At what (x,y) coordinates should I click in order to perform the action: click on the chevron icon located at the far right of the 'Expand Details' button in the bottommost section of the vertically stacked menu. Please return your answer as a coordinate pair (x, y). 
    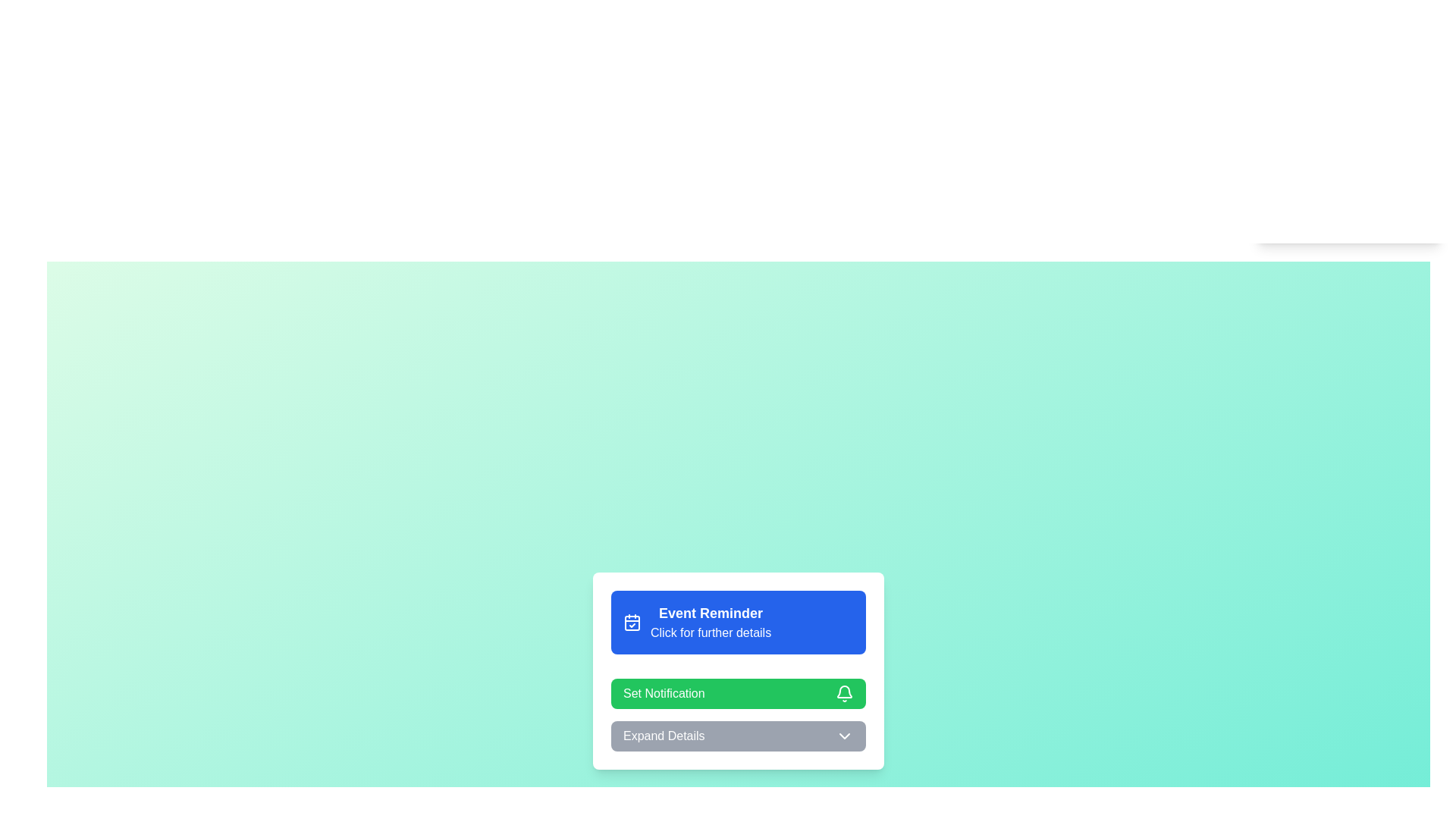
    Looking at the image, I should click on (843, 736).